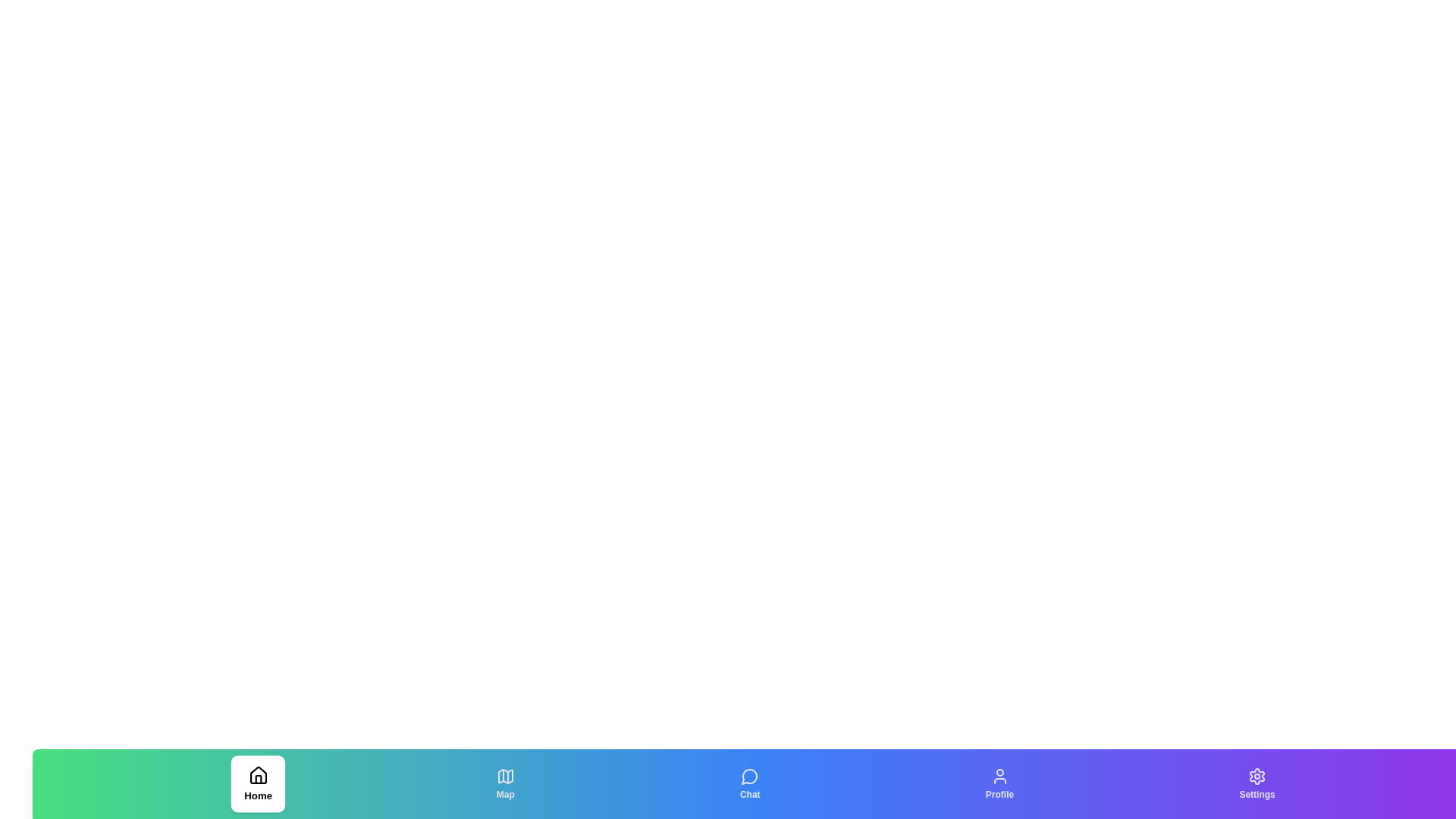  What do you see at coordinates (505, 783) in the screenshot?
I see `the Map tab to observe the hover effect` at bounding box center [505, 783].